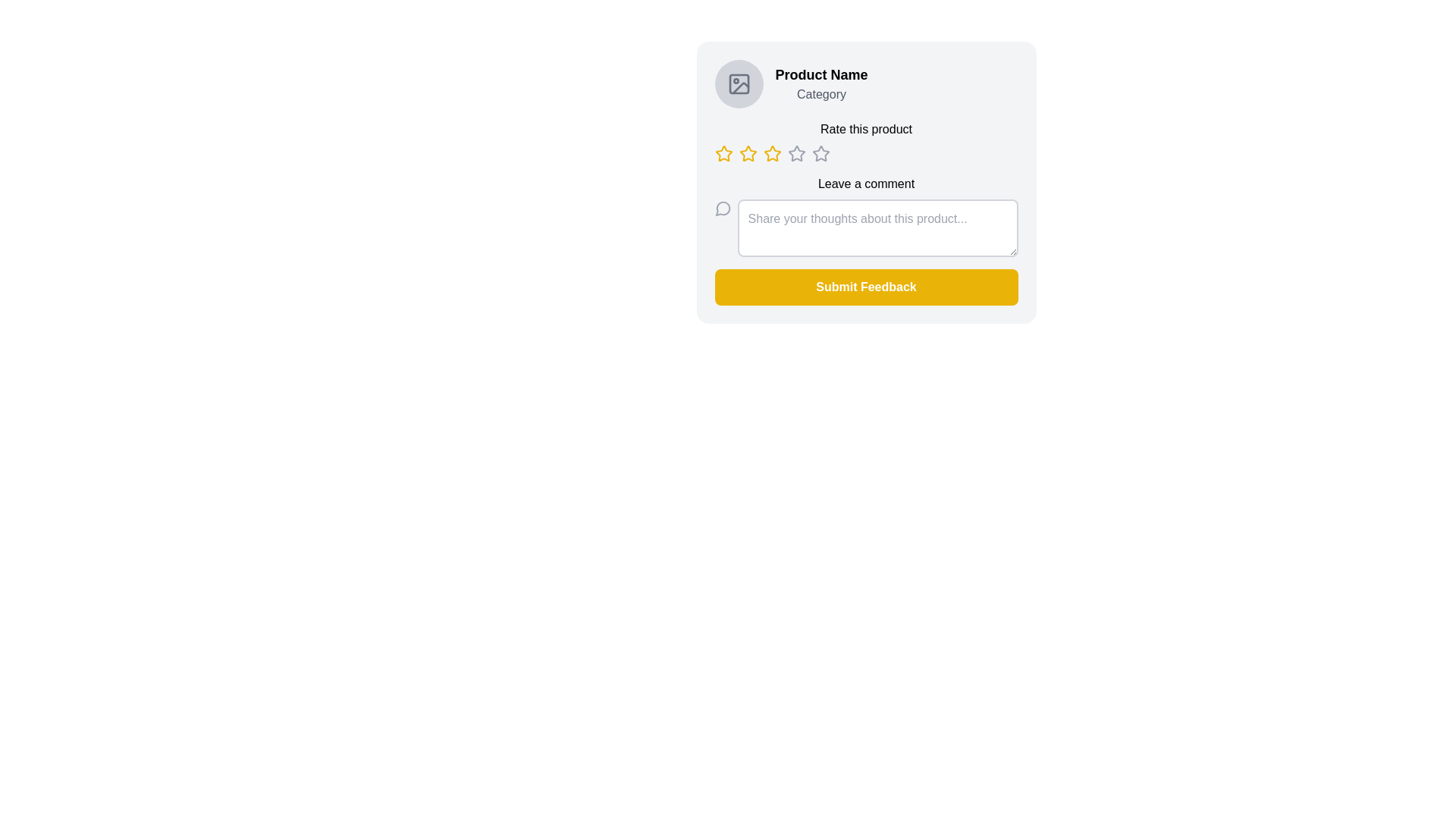 The width and height of the screenshot is (1456, 819). Describe the element at coordinates (748, 153) in the screenshot. I see `the second yellow star icon in the rating system` at that location.